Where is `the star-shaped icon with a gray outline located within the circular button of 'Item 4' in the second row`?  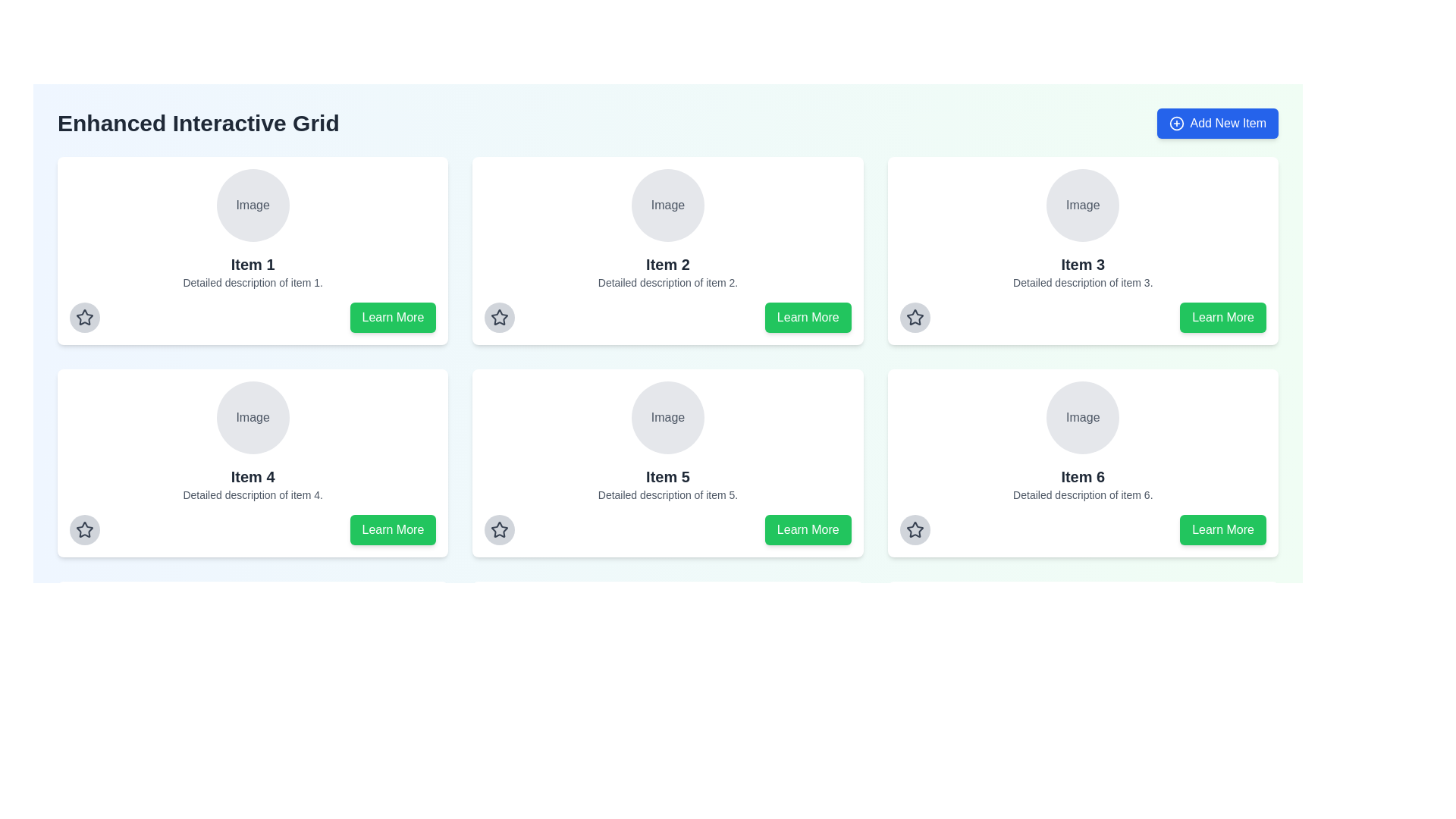 the star-shaped icon with a gray outline located within the circular button of 'Item 4' in the second row is located at coordinates (83, 317).